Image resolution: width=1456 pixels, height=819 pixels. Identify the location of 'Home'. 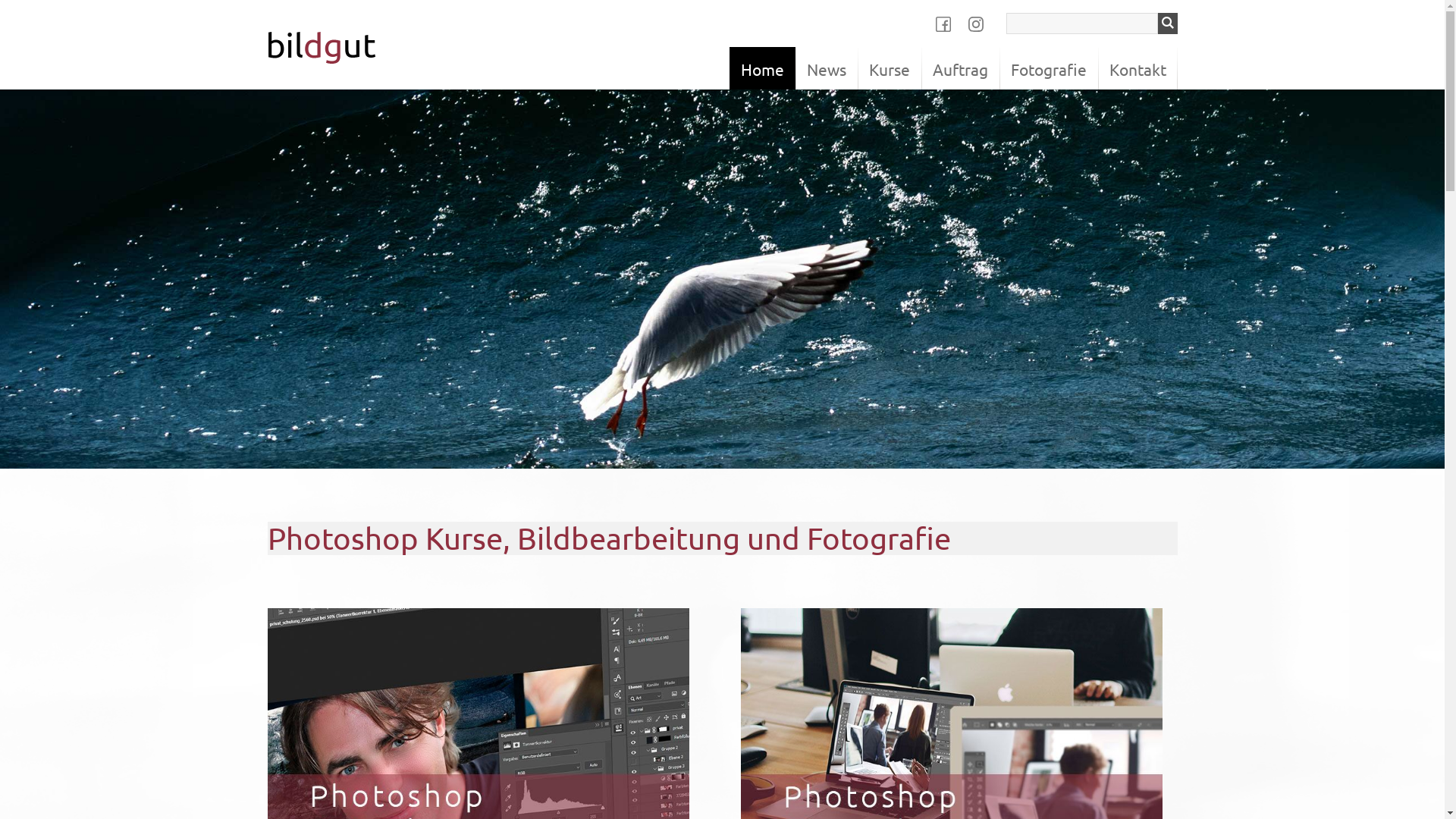
(729, 67).